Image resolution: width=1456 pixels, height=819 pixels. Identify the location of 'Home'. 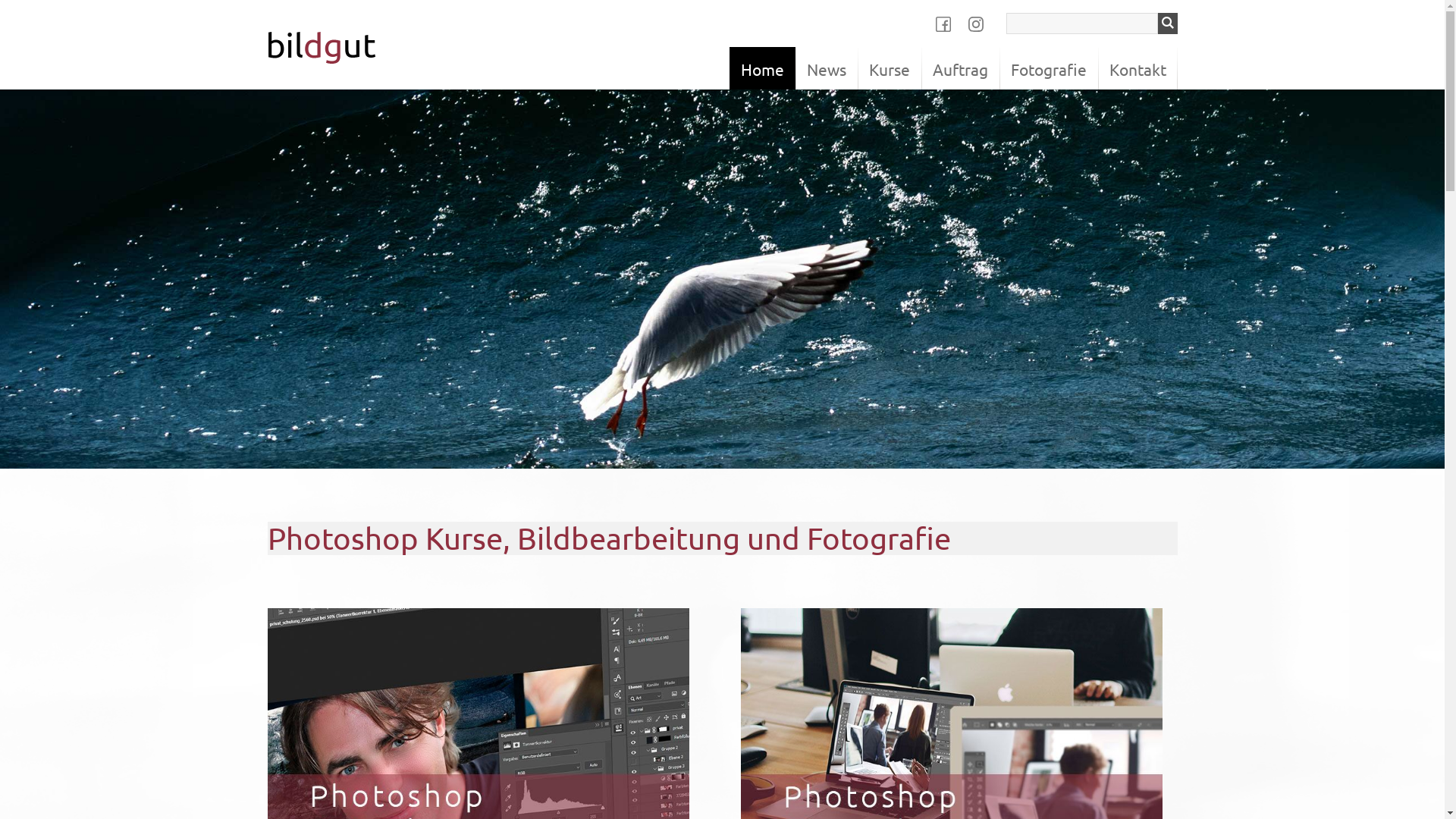
(729, 67).